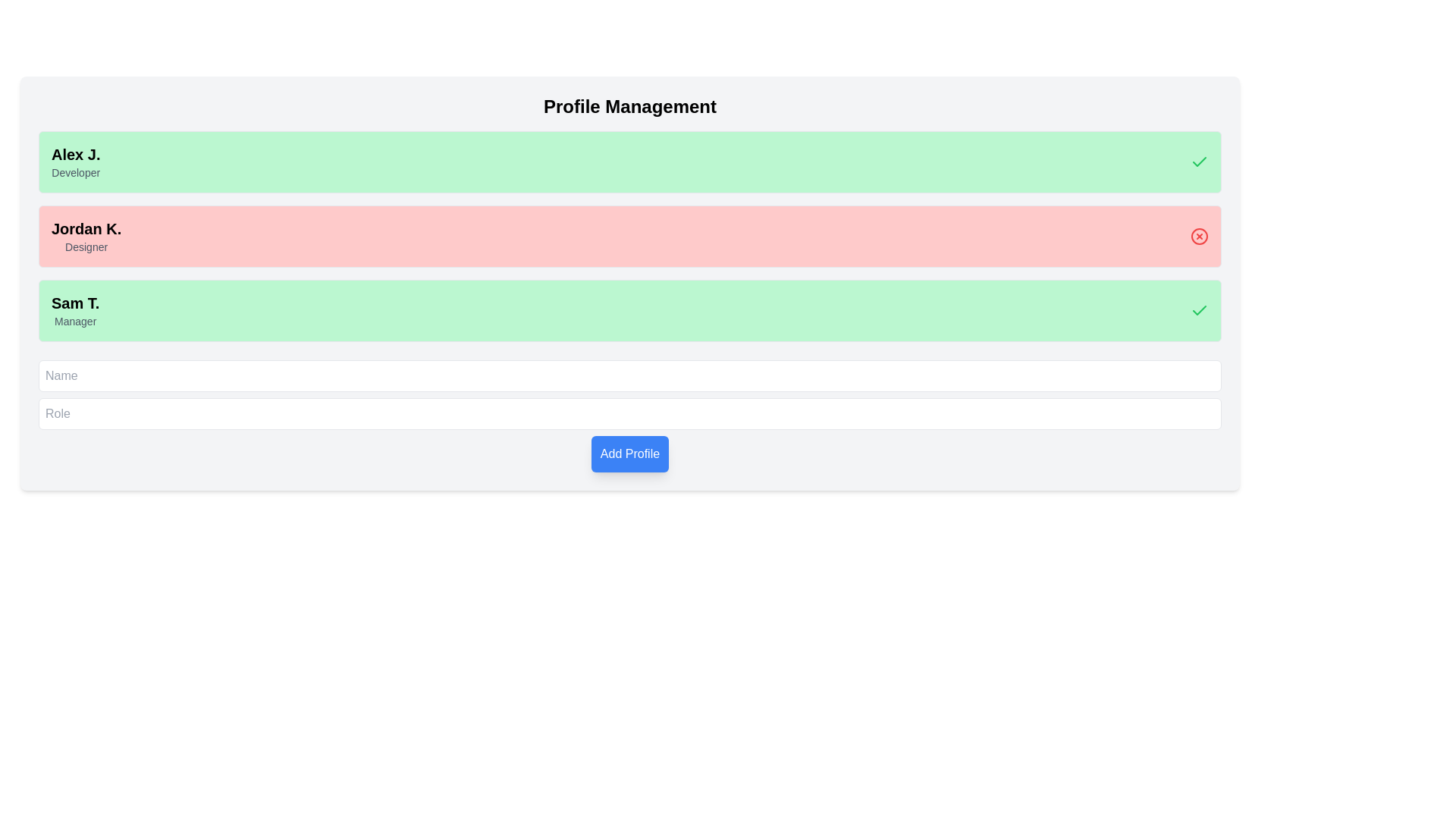  Describe the element at coordinates (74, 321) in the screenshot. I see `the static text label indicating the user role or position of 'Sam T.' located within the third list item of the user profiles section` at that location.